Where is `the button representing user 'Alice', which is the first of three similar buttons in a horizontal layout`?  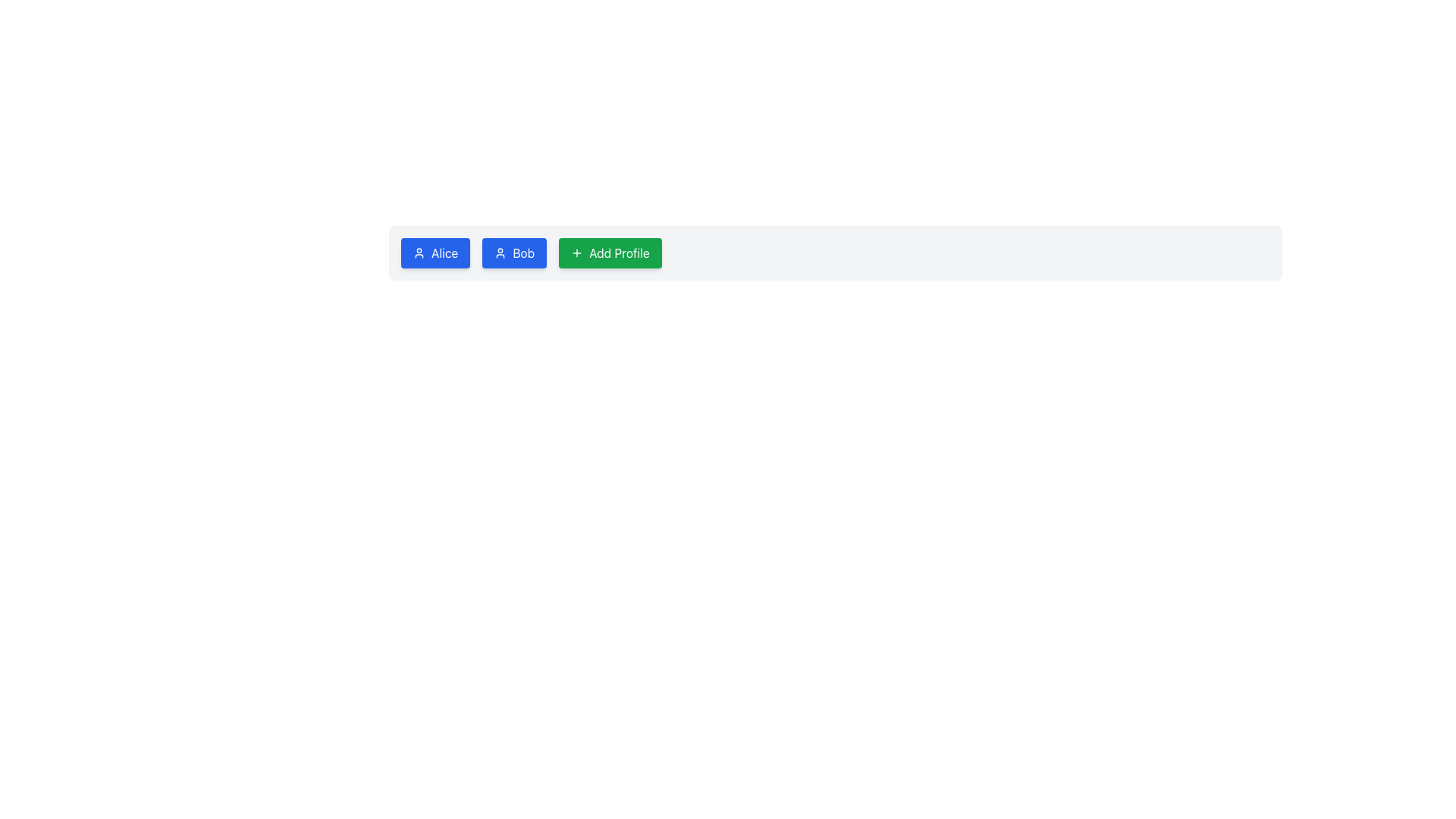
the button representing user 'Alice', which is the first of three similar buttons in a horizontal layout is located at coordinates (435, 253).